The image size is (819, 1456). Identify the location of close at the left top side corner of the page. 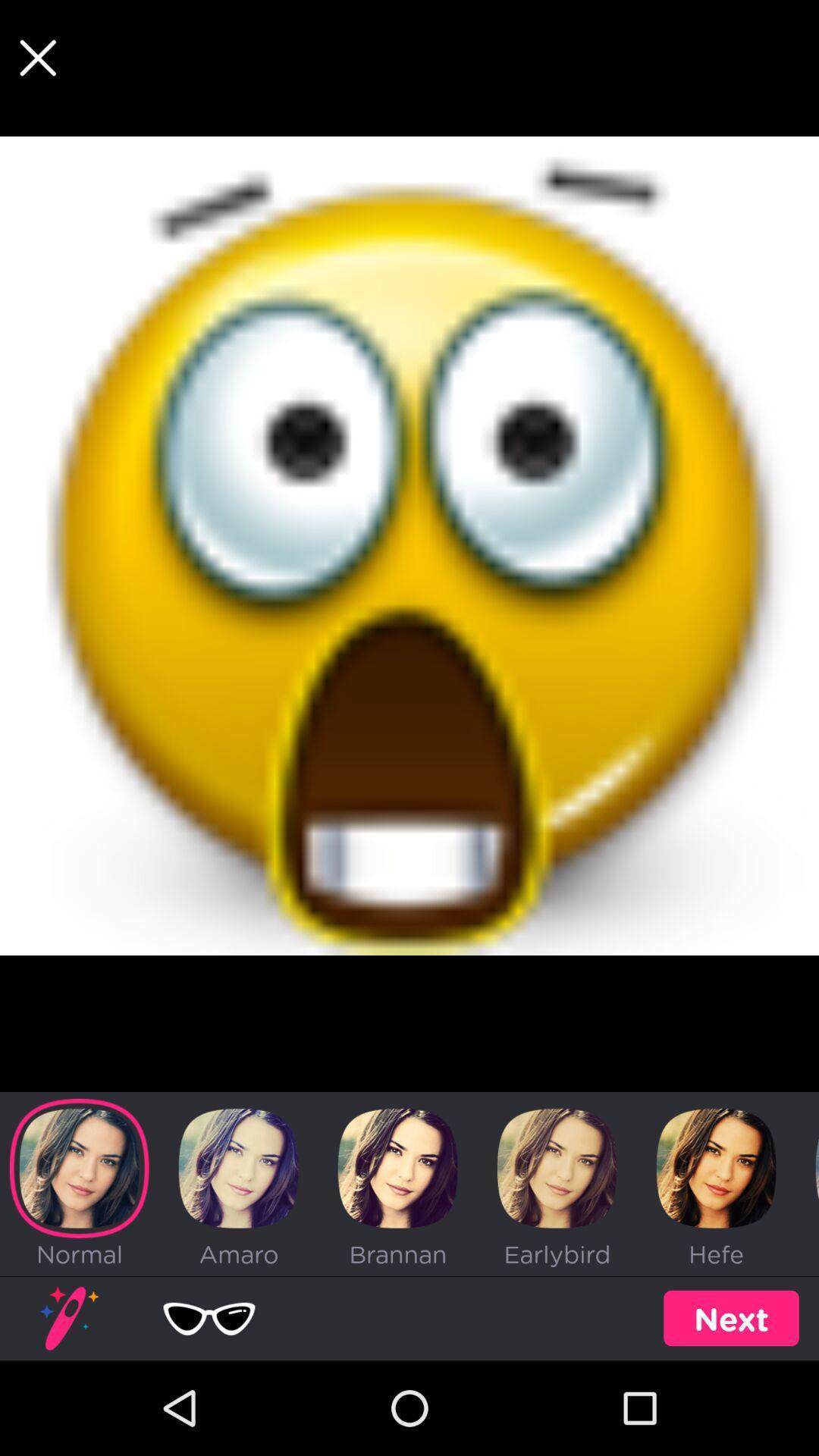
(37, 58).